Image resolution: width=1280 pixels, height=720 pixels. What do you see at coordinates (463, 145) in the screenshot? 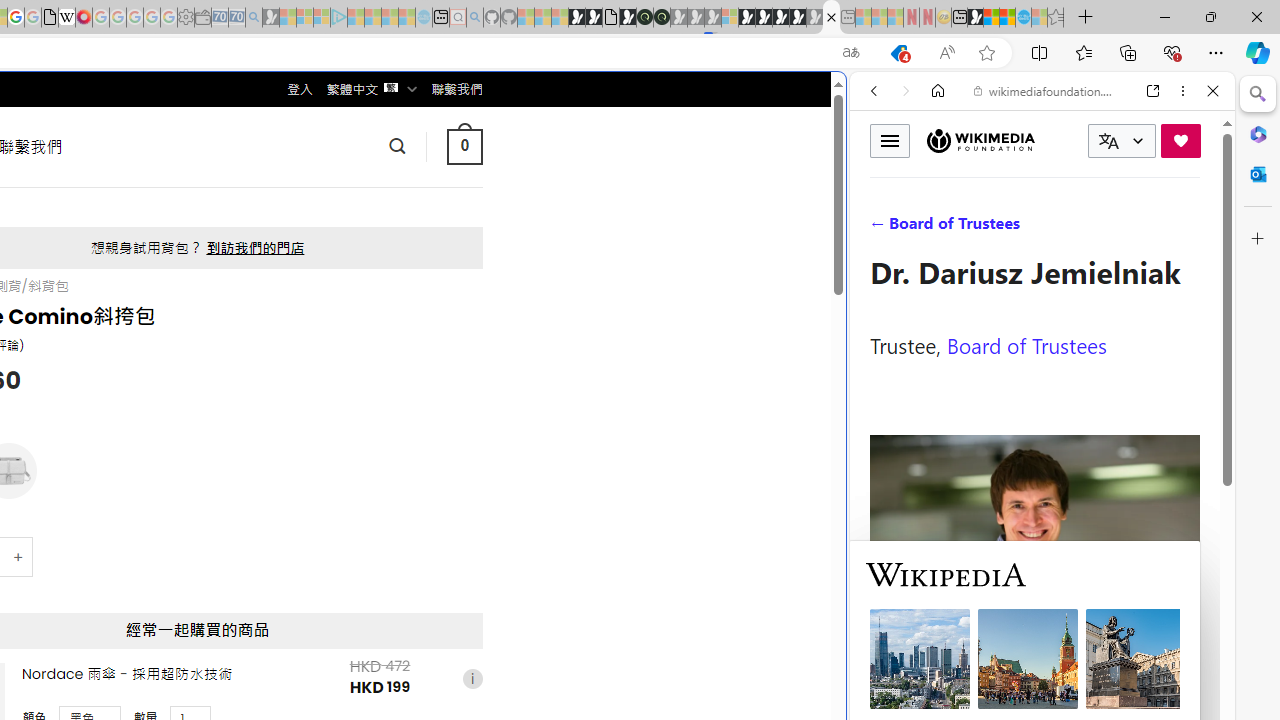
I see `'  0  '` at bounding box center [463, 145].